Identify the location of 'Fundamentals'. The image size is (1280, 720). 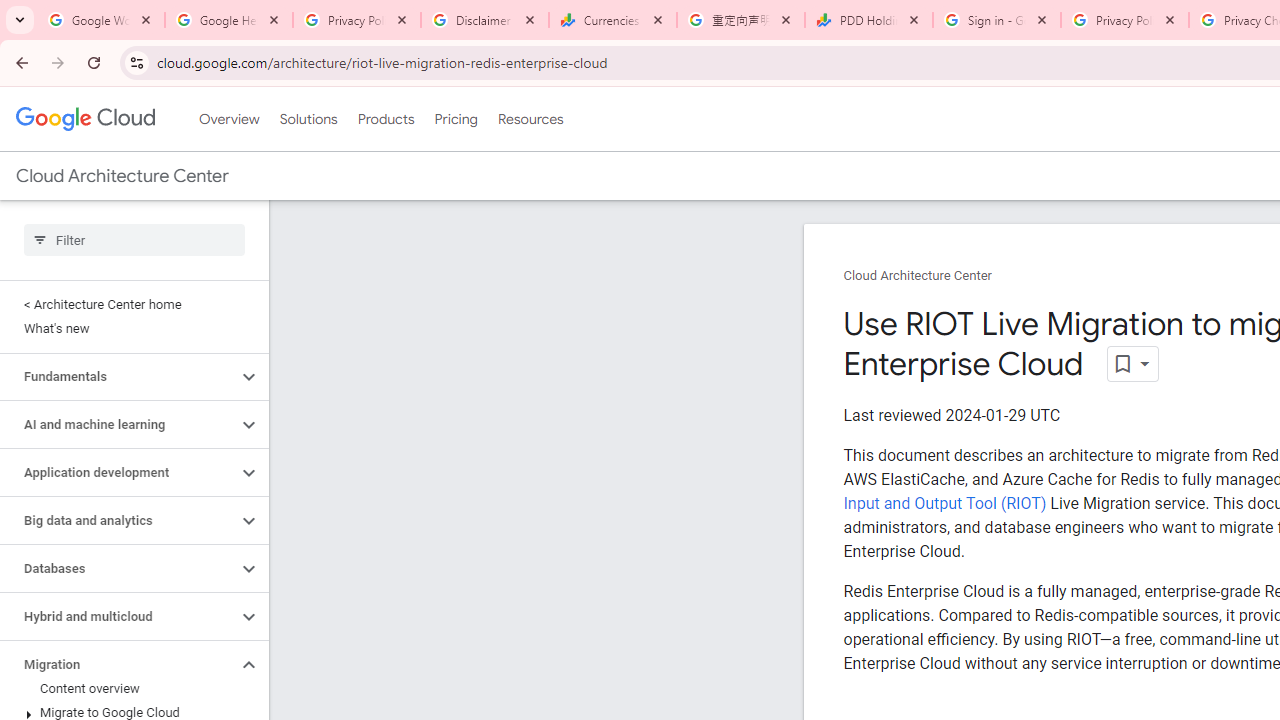
(117, 376).